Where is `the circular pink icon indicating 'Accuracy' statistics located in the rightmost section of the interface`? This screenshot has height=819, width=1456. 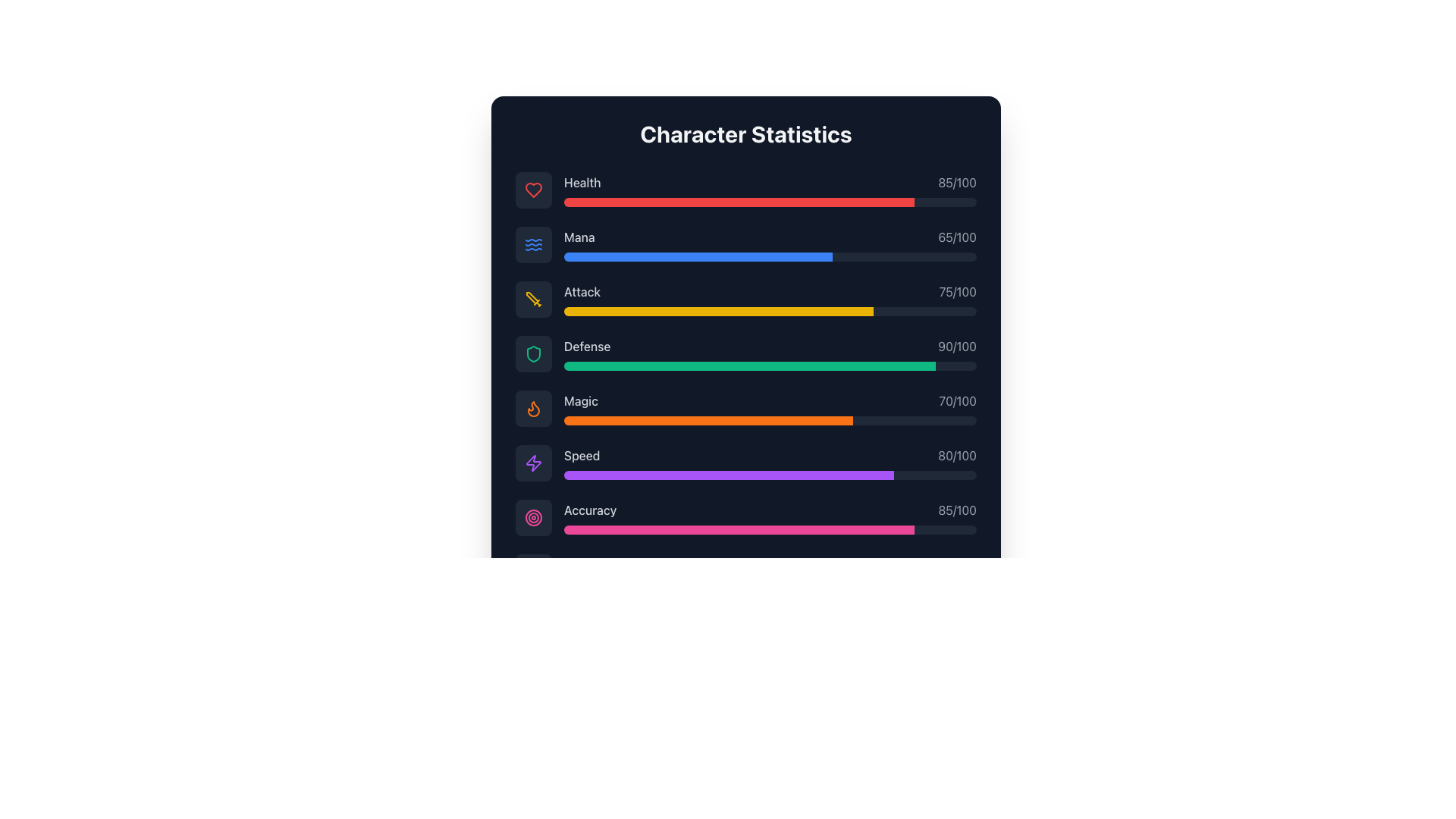
the circular pink icon indicating 'Accuracy' statistics located in the rightmost section of the interface is located at coordinates (534, 516).